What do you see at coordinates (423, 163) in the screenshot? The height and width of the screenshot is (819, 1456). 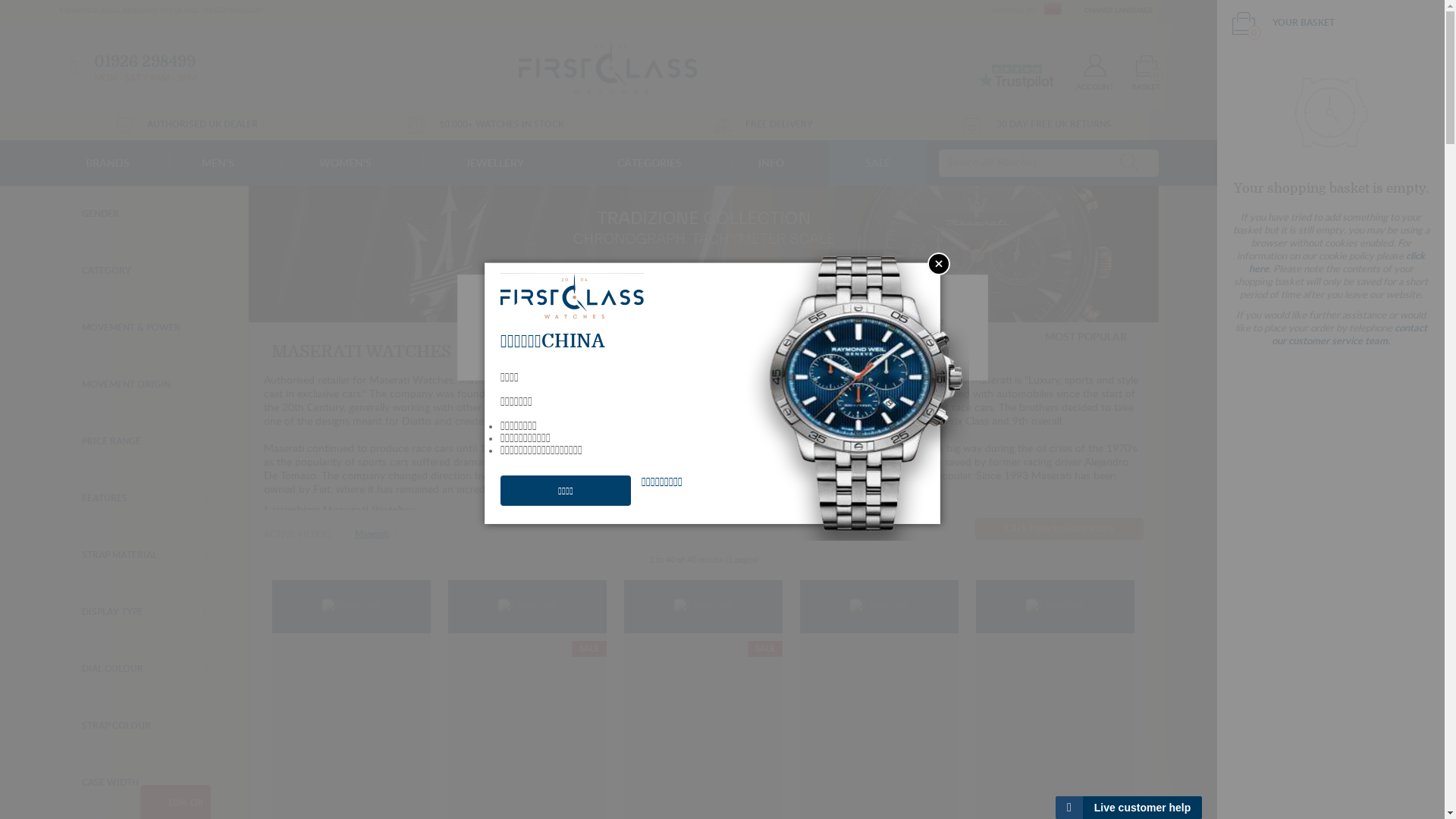 I see `'JEWELLERY'` at bounding box center [423, 163].